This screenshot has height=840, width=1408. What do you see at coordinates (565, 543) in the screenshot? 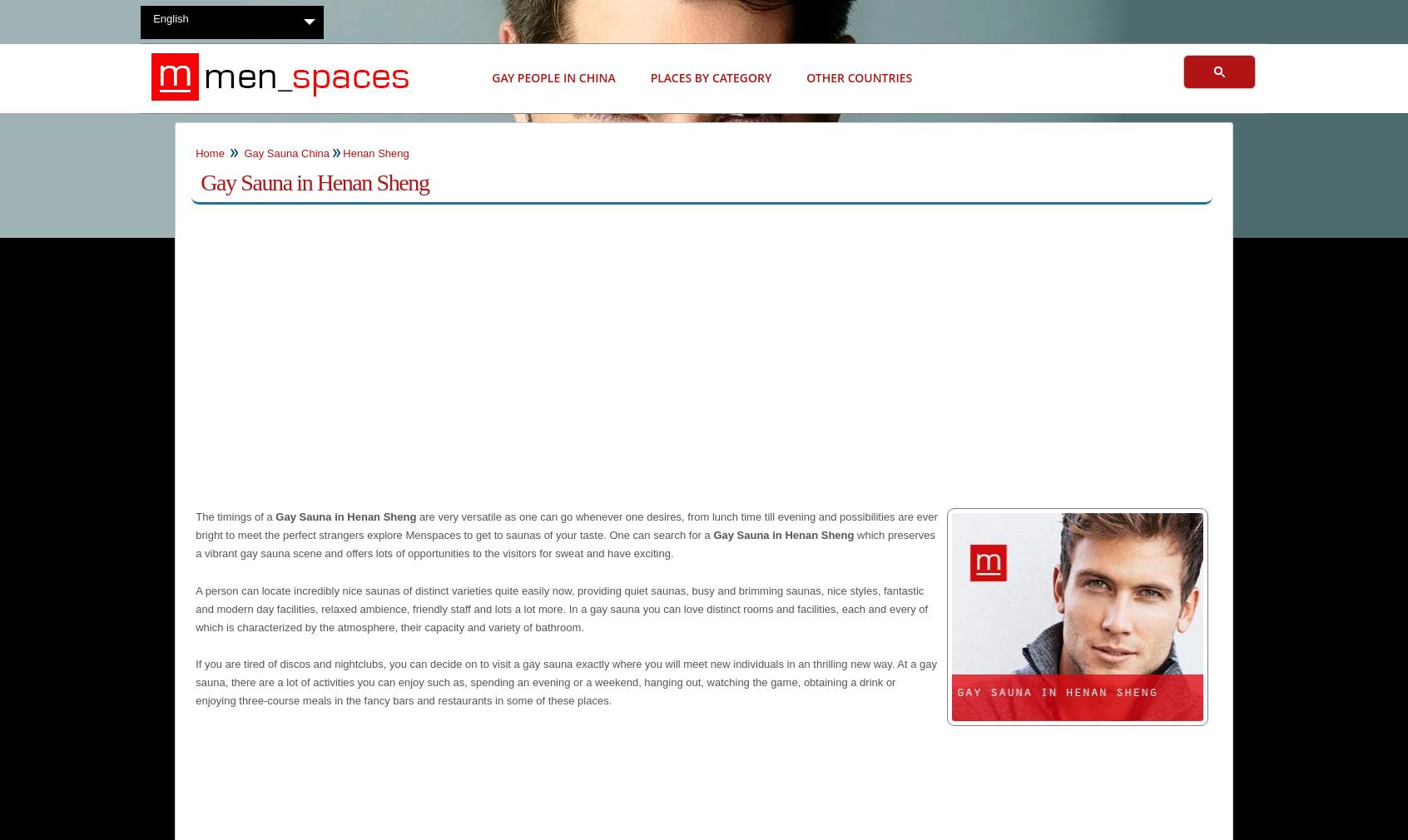
I see `'which preserves a vibrant gay sauna scene and offers lots of opportunities to the visitors for sweat and have exciting.'` at bounding box center [565, 543].